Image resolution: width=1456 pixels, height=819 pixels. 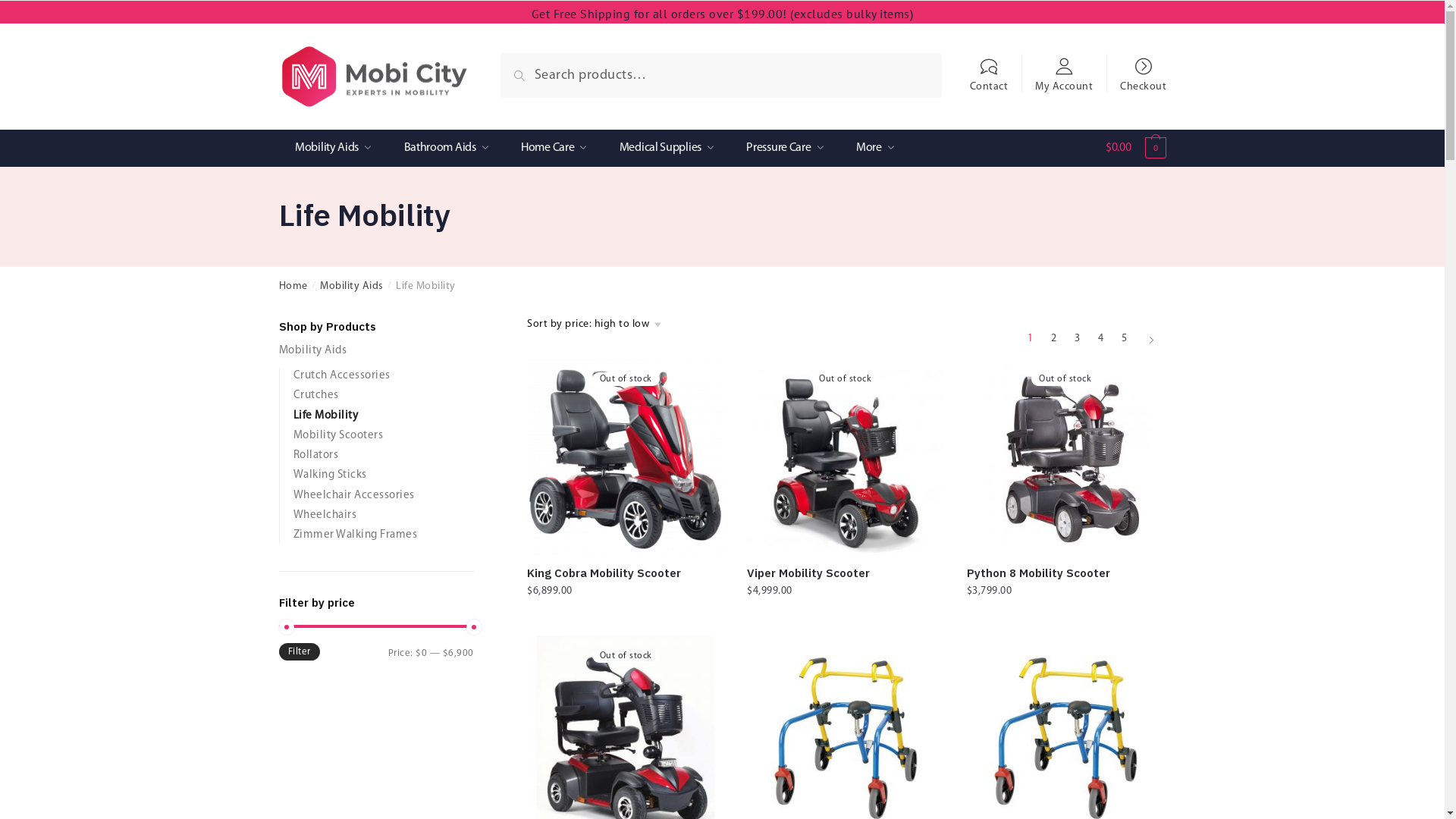 I want to click on 'Contact', so click(x=988, y=67).